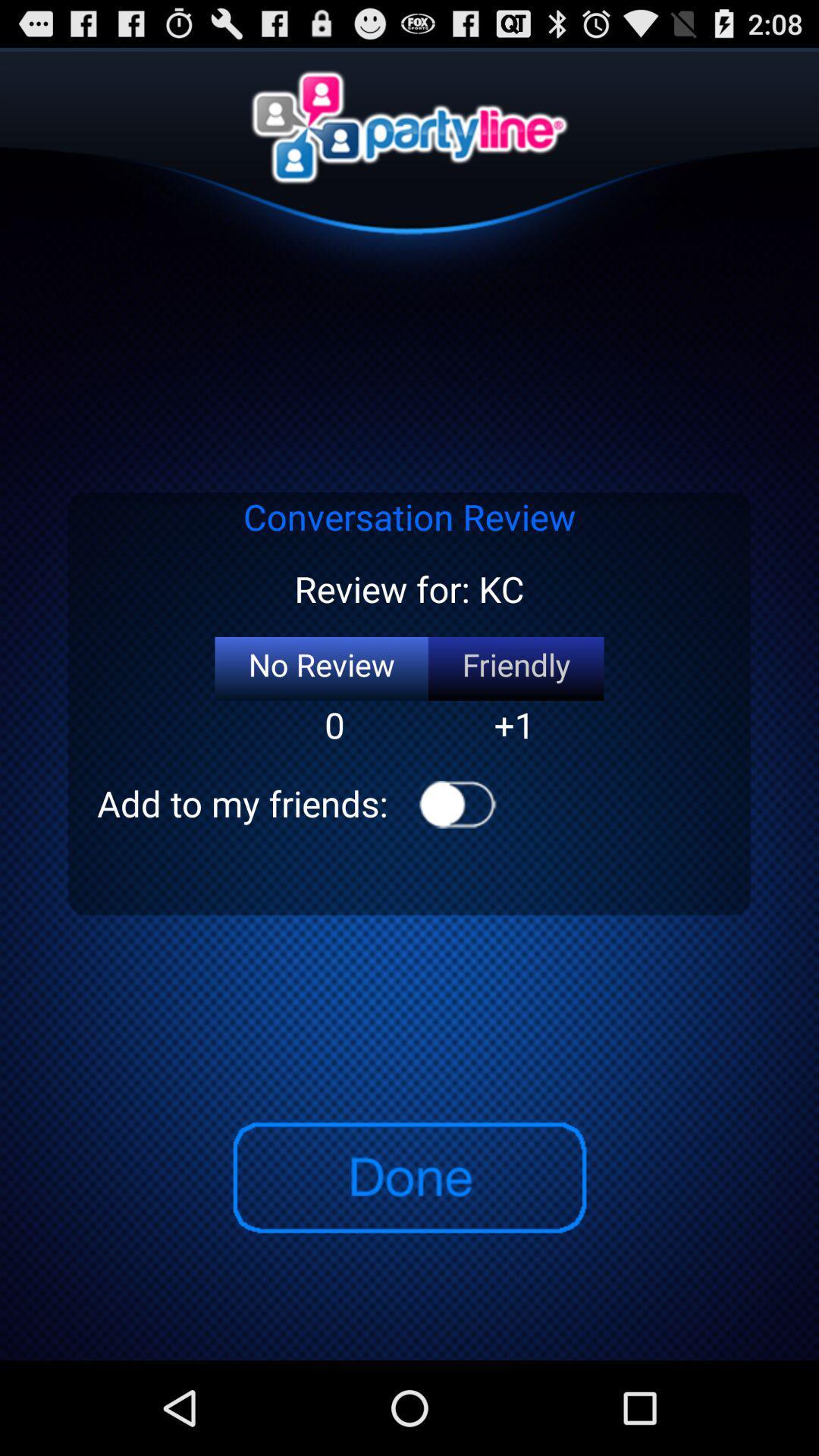 The width and height of the screenshot is (819, 1456). What do you see at coordinates (457, 804) in the screenshot?
I see `the item below the +1 app` at bounding box center [457, 804].